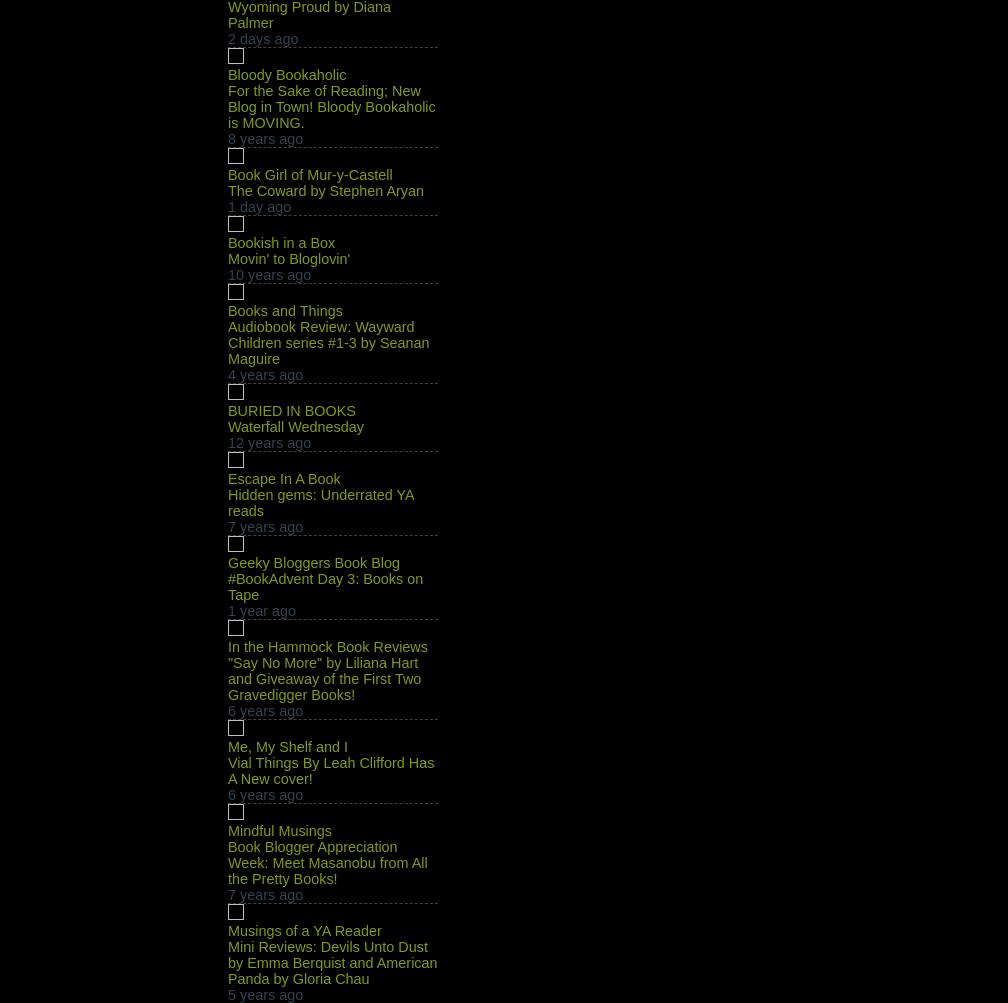 The height and width of the screenshot is (1003, 1008). I want to click on '12 years ago', so click(269, 443).